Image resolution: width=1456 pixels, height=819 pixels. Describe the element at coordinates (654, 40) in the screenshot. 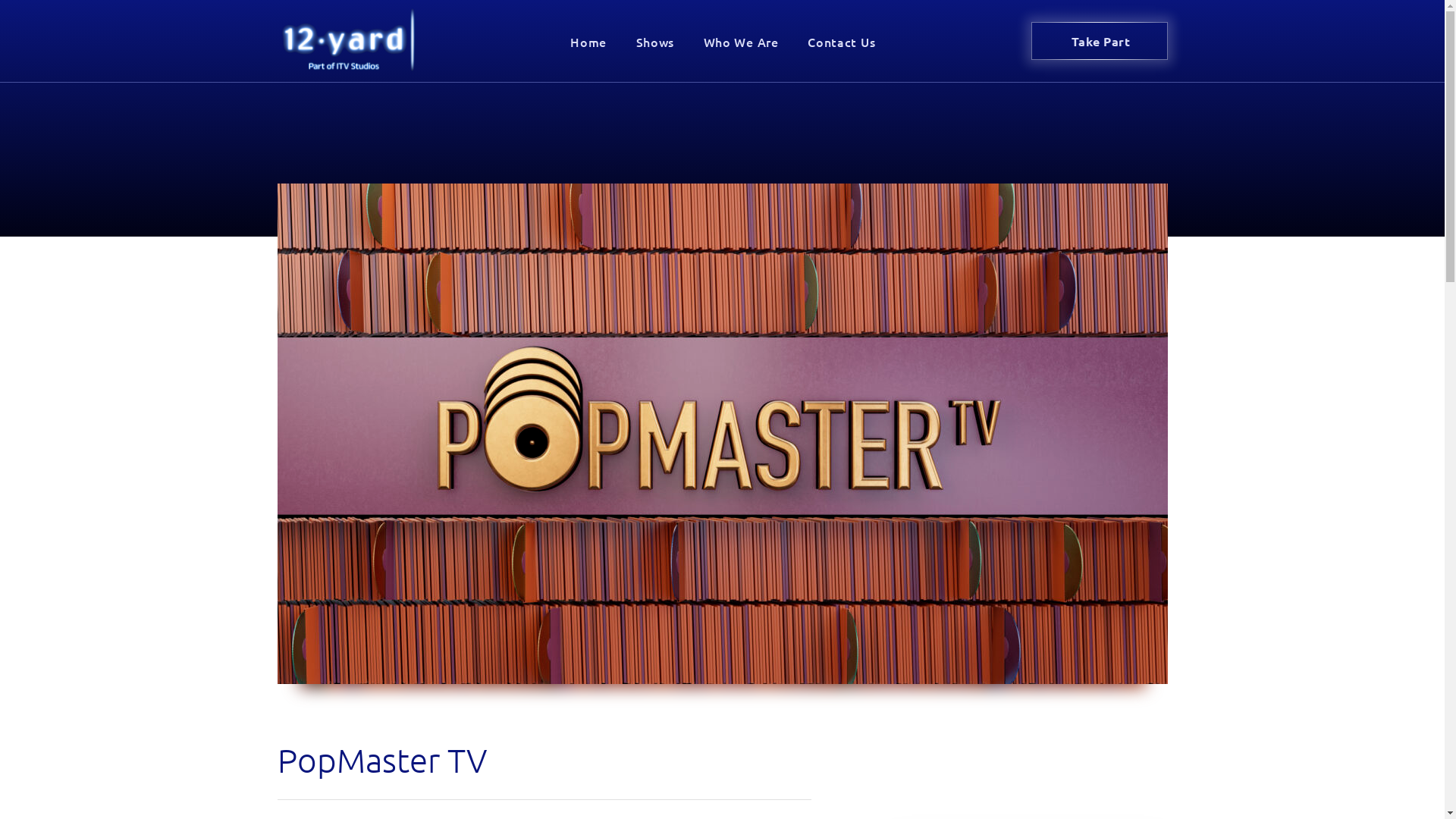

I see `'Shows'` at that location.